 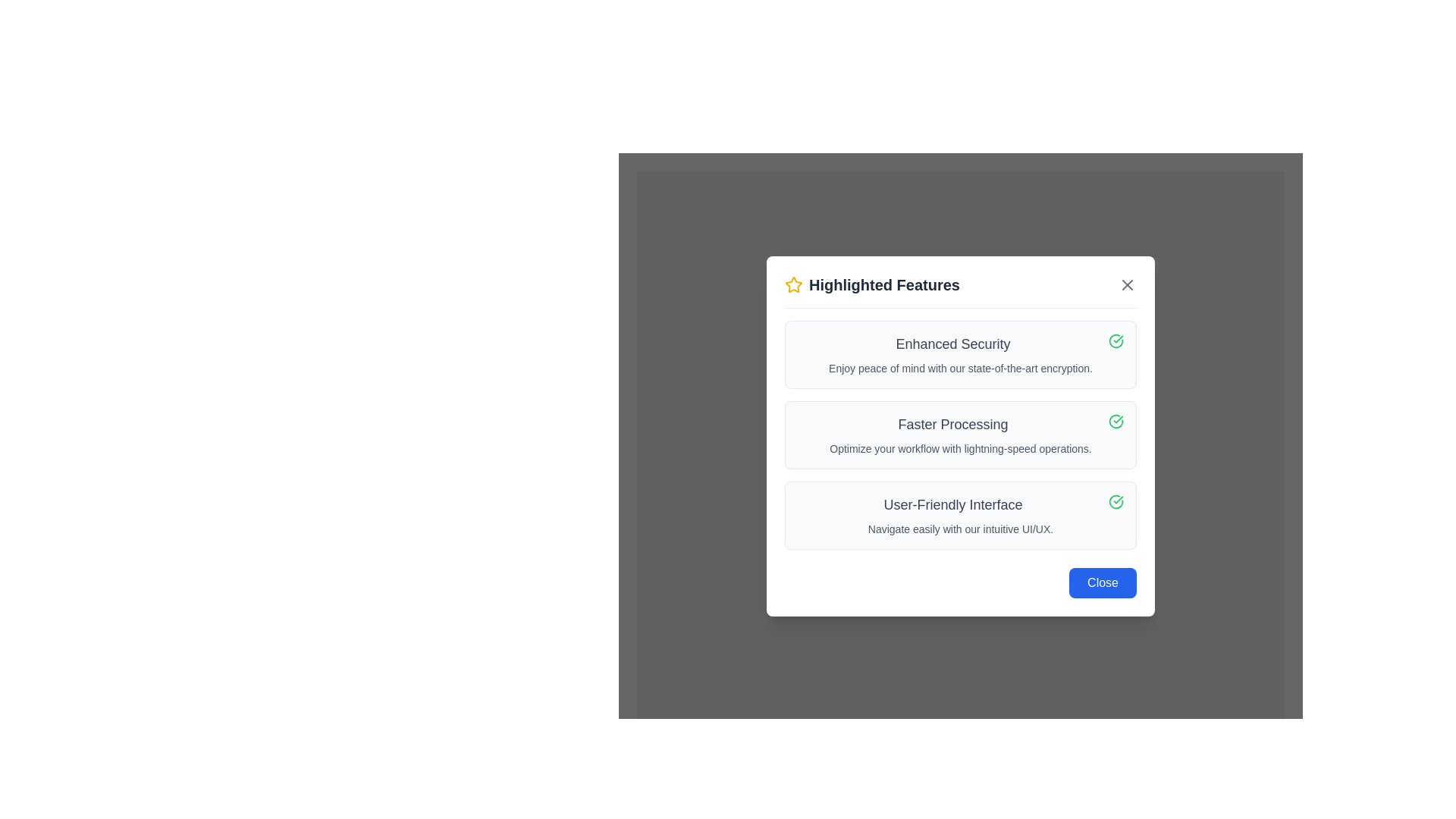 I want to click on text of the heading element located at the top-left of the modal dialog, which serves as a title or header, so click(x=872, y=284).